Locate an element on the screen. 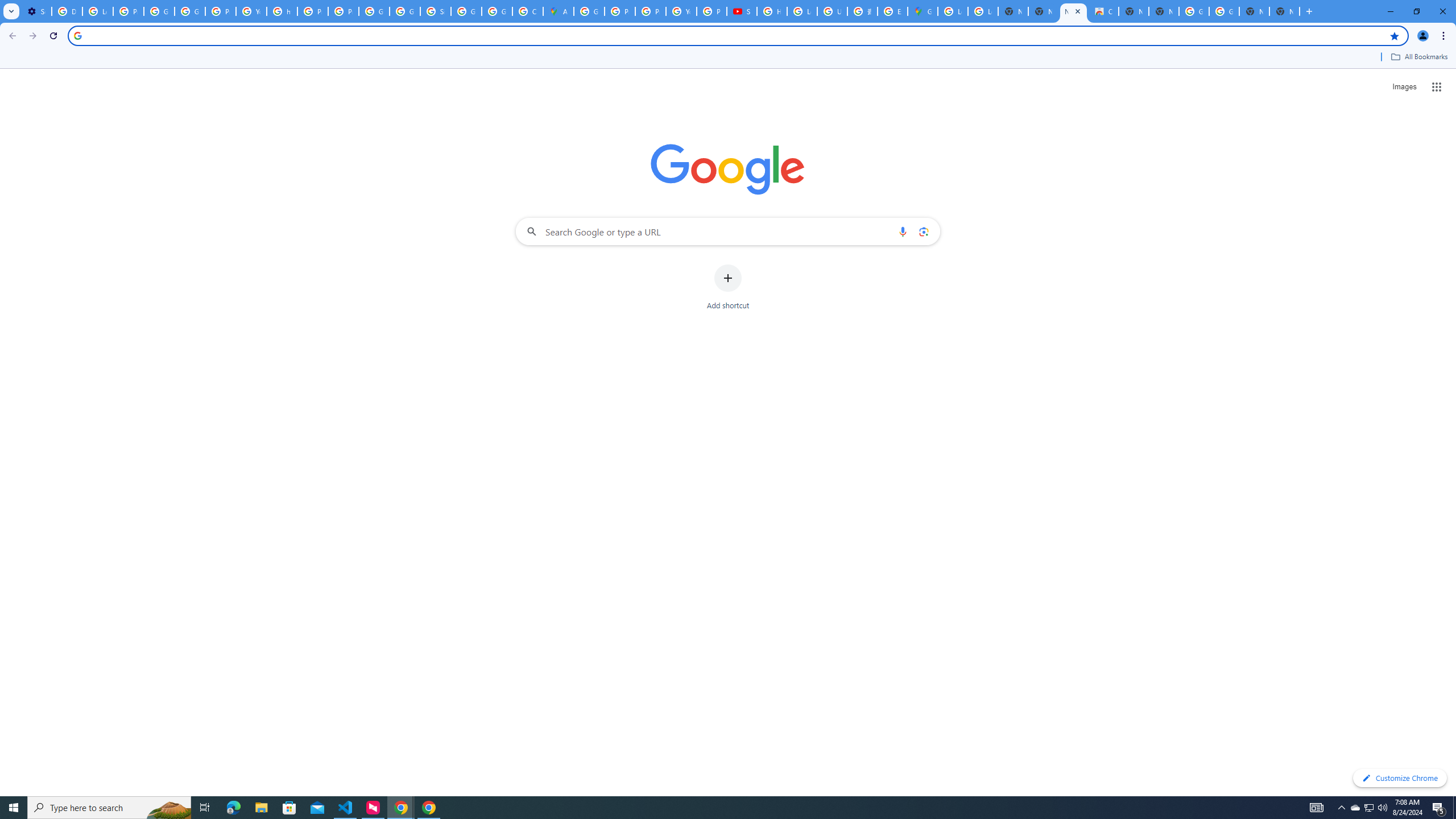 This screenshot has height=819, width=1456. 'Google Images' is located at coordinates (1194, 11).